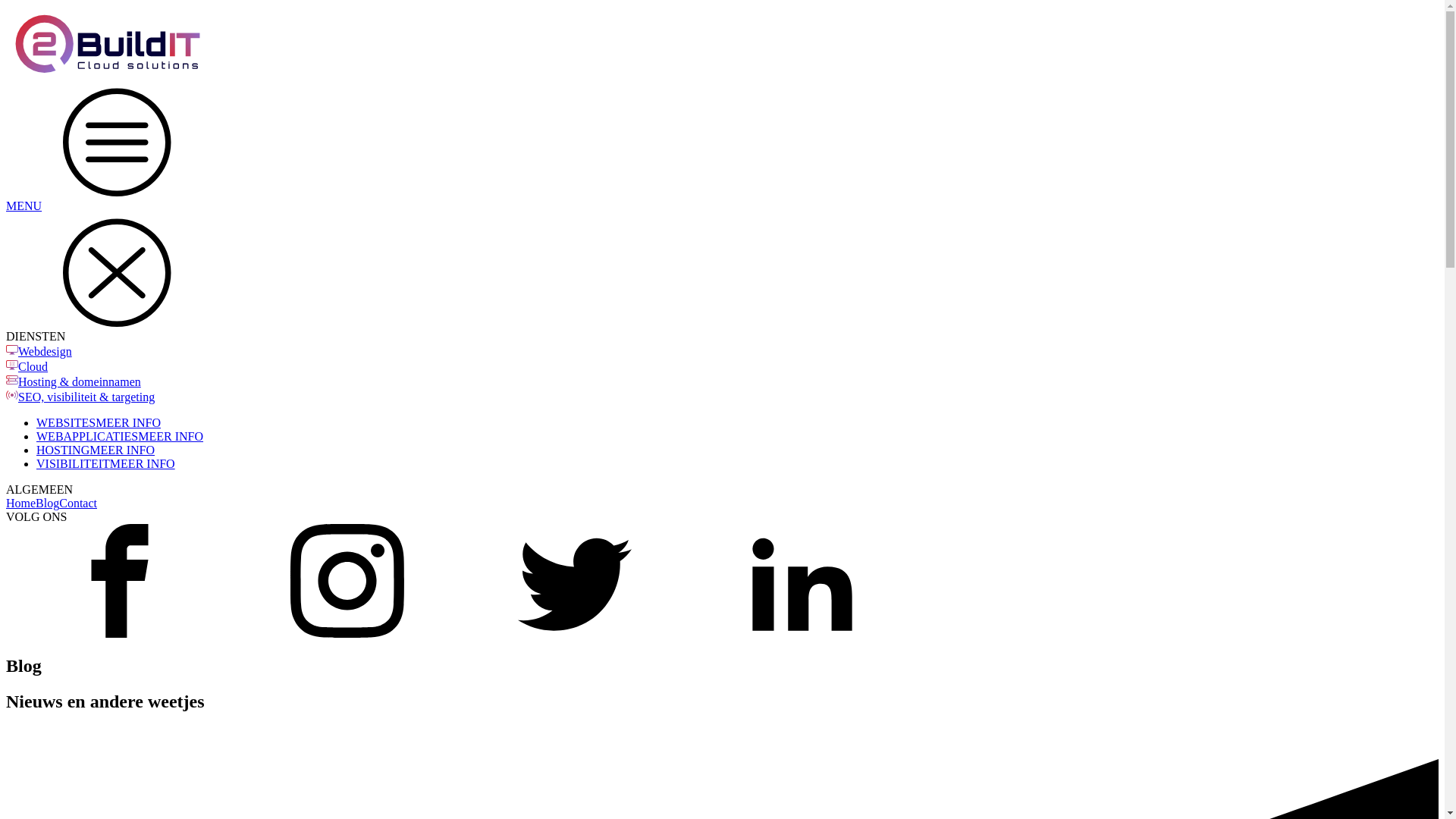 The height and width of the screenshot is (819, 1456). Describe the element at coordinates (86, 396) in the screenshot. I see `'SEO, visibiliteit & targeting'` at that location.